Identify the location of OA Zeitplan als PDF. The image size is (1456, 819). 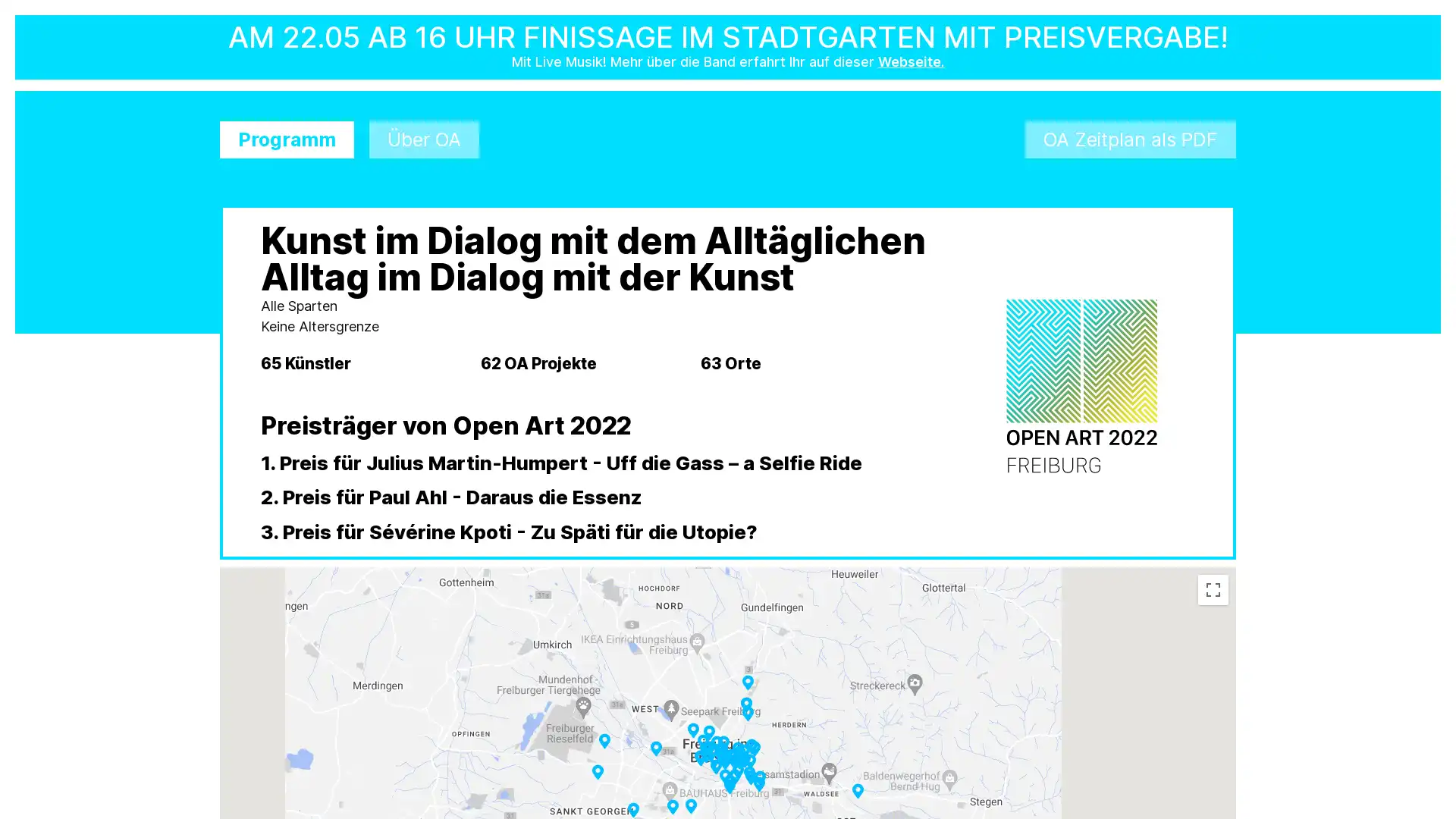
(1131, 140).